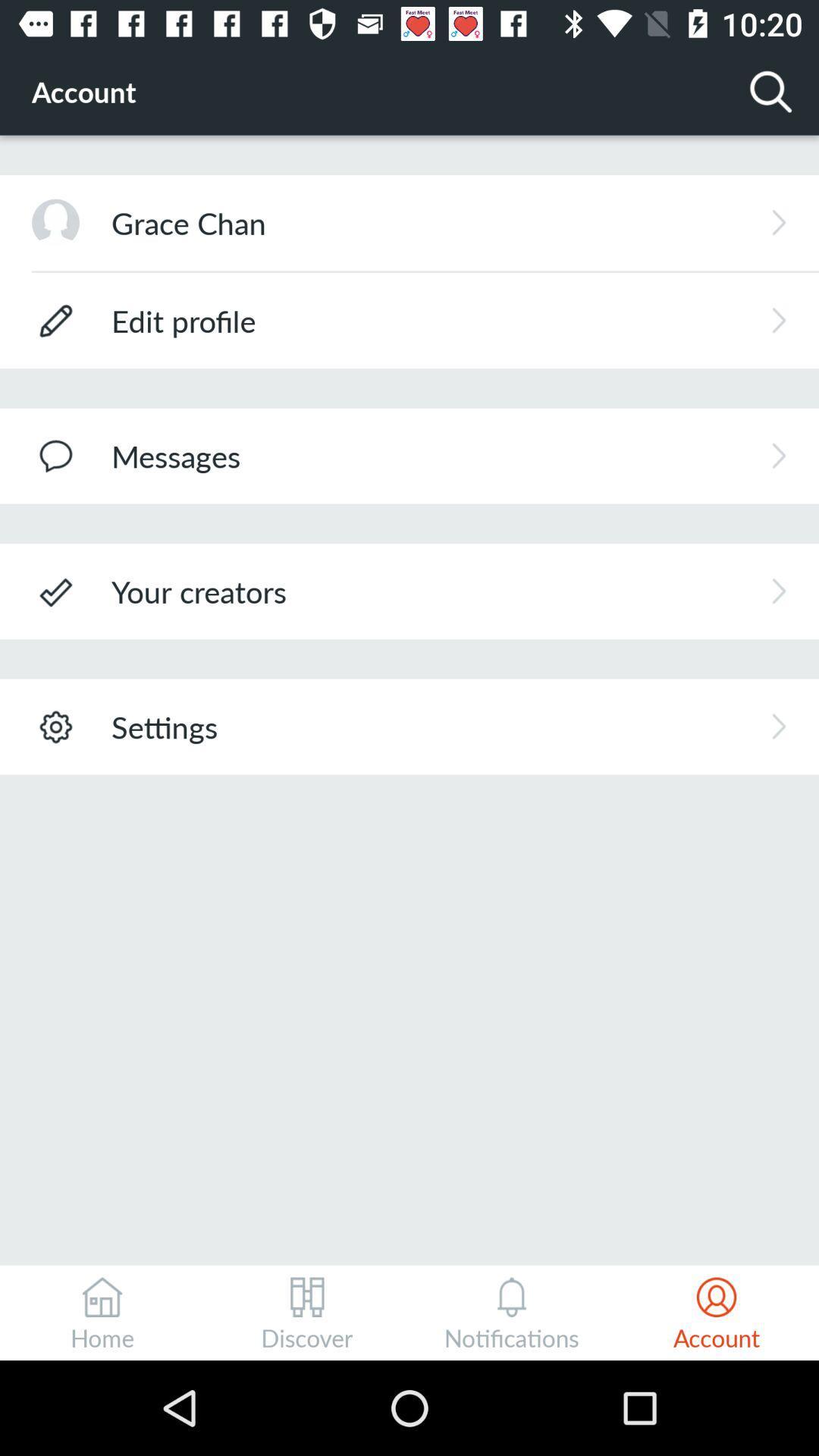 This screenshot has width=819, height=1456. I want to click on the icon to the right of the account item, so click(771, 90).